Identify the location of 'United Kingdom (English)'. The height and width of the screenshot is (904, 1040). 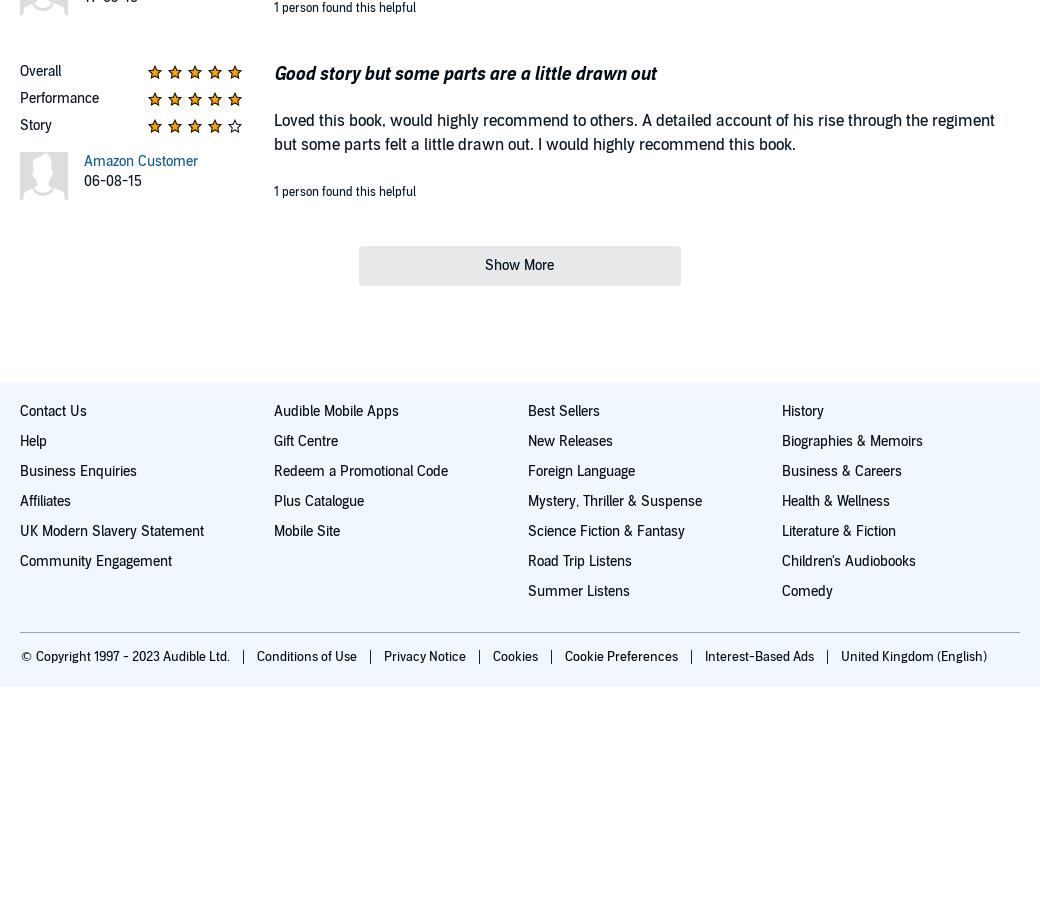
(913, 656).